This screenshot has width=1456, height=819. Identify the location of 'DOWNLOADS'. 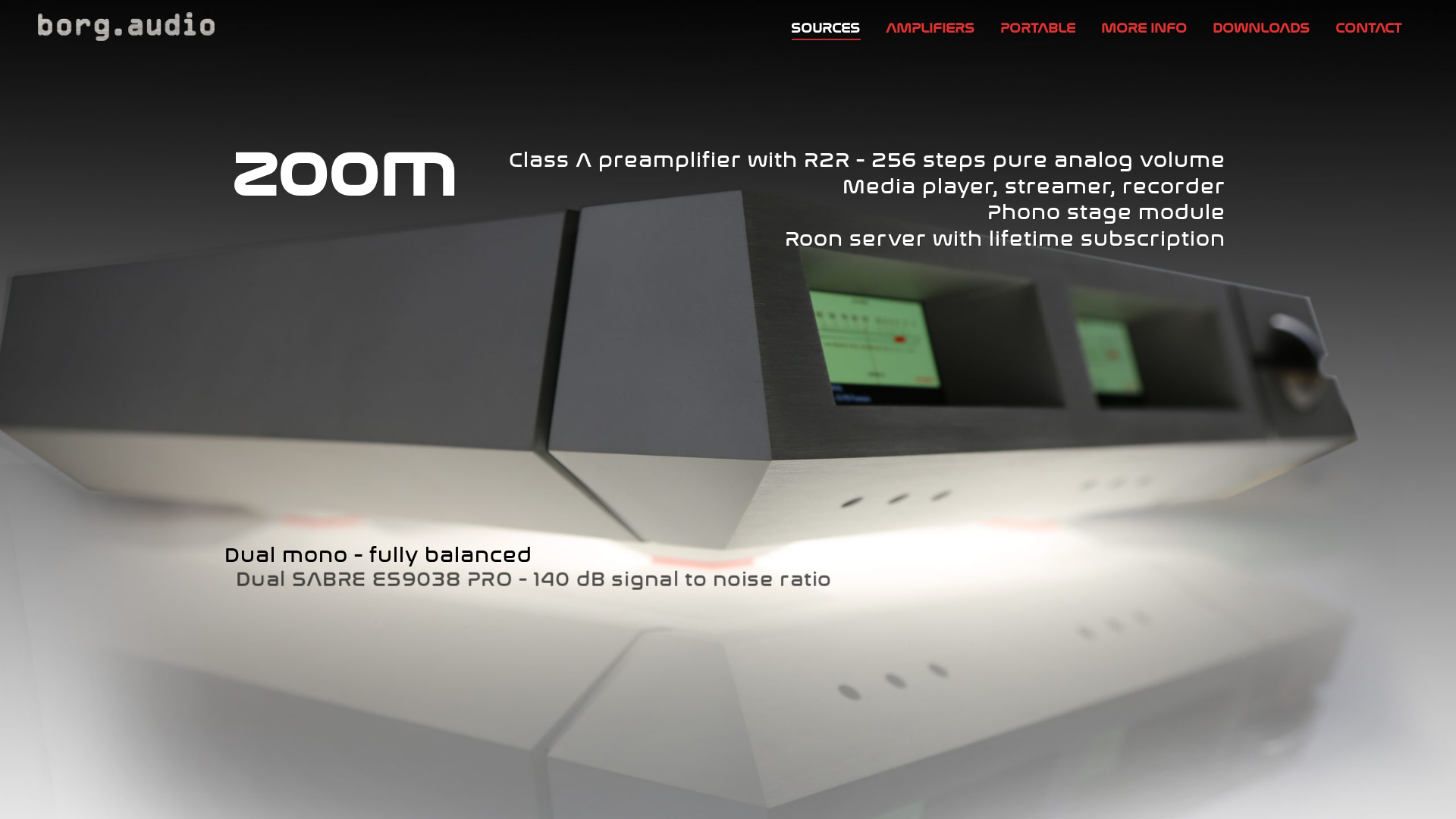
(1203, 26).